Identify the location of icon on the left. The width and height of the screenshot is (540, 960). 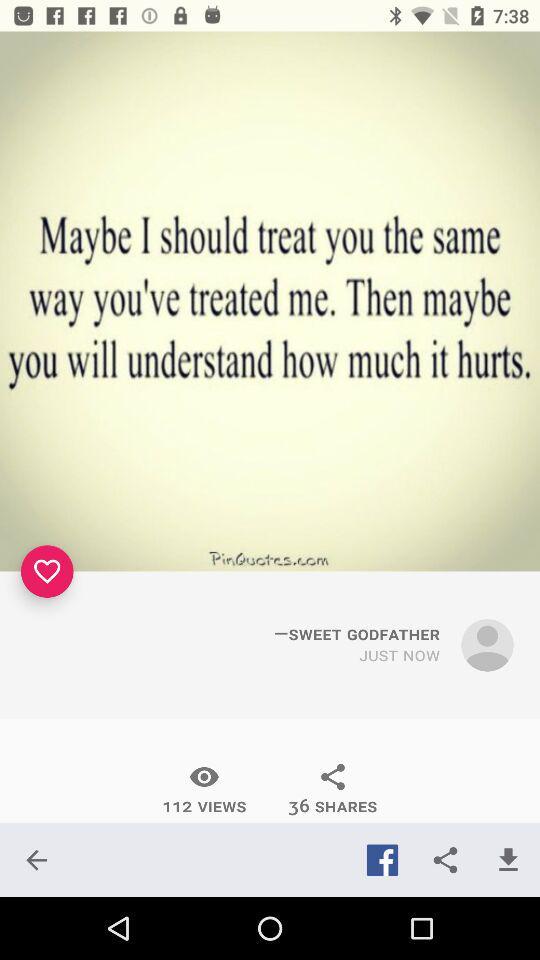
(47, 571).